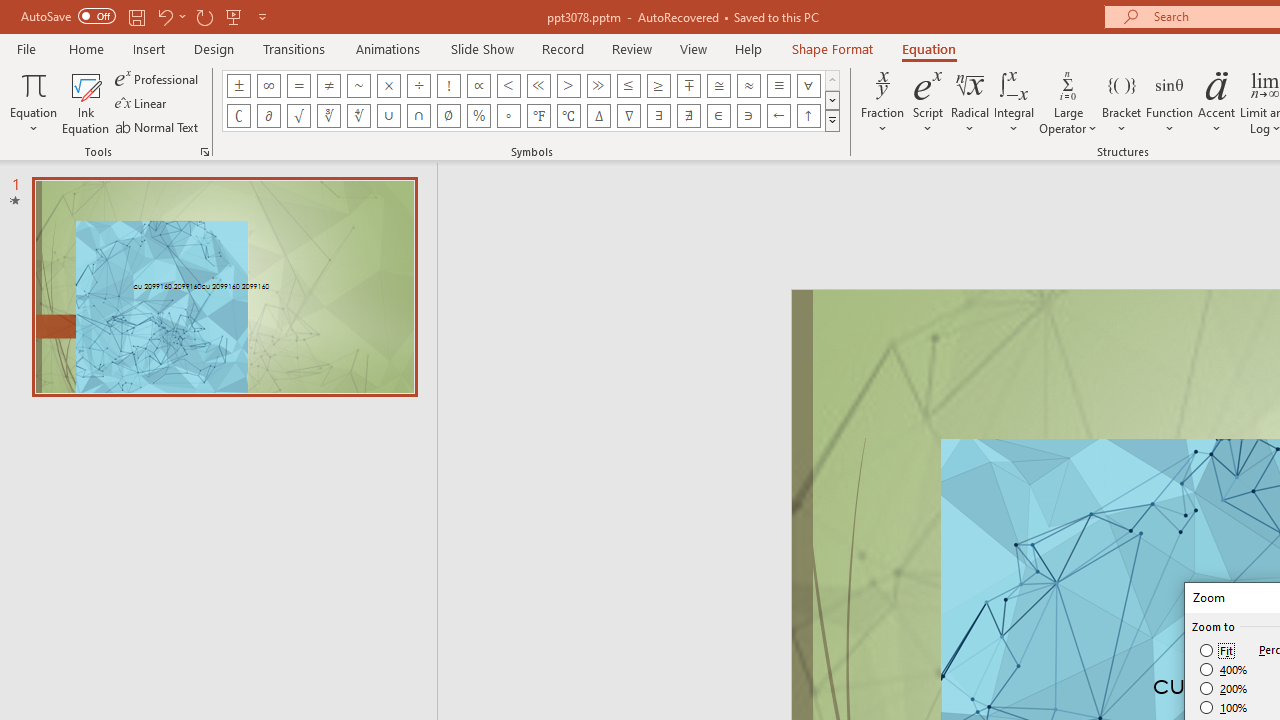 The width and height of the screenshot is (1280, 720). Describe the element at coordinates (598, 85) in the screenshot. I see `'Equation Symbol Much Greater Than'` at that location.